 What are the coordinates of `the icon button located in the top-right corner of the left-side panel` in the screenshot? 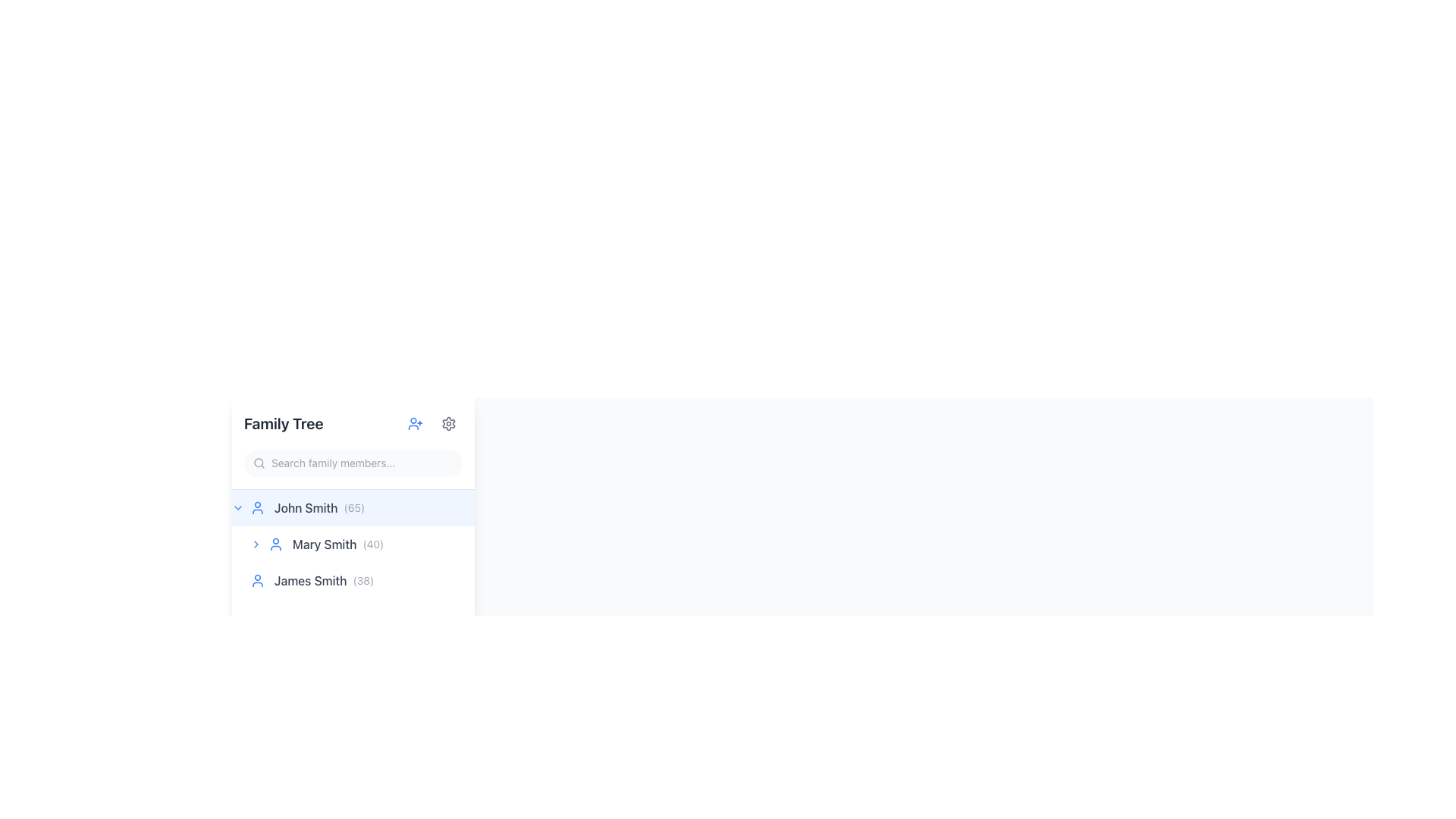 It's located at (415, 424).